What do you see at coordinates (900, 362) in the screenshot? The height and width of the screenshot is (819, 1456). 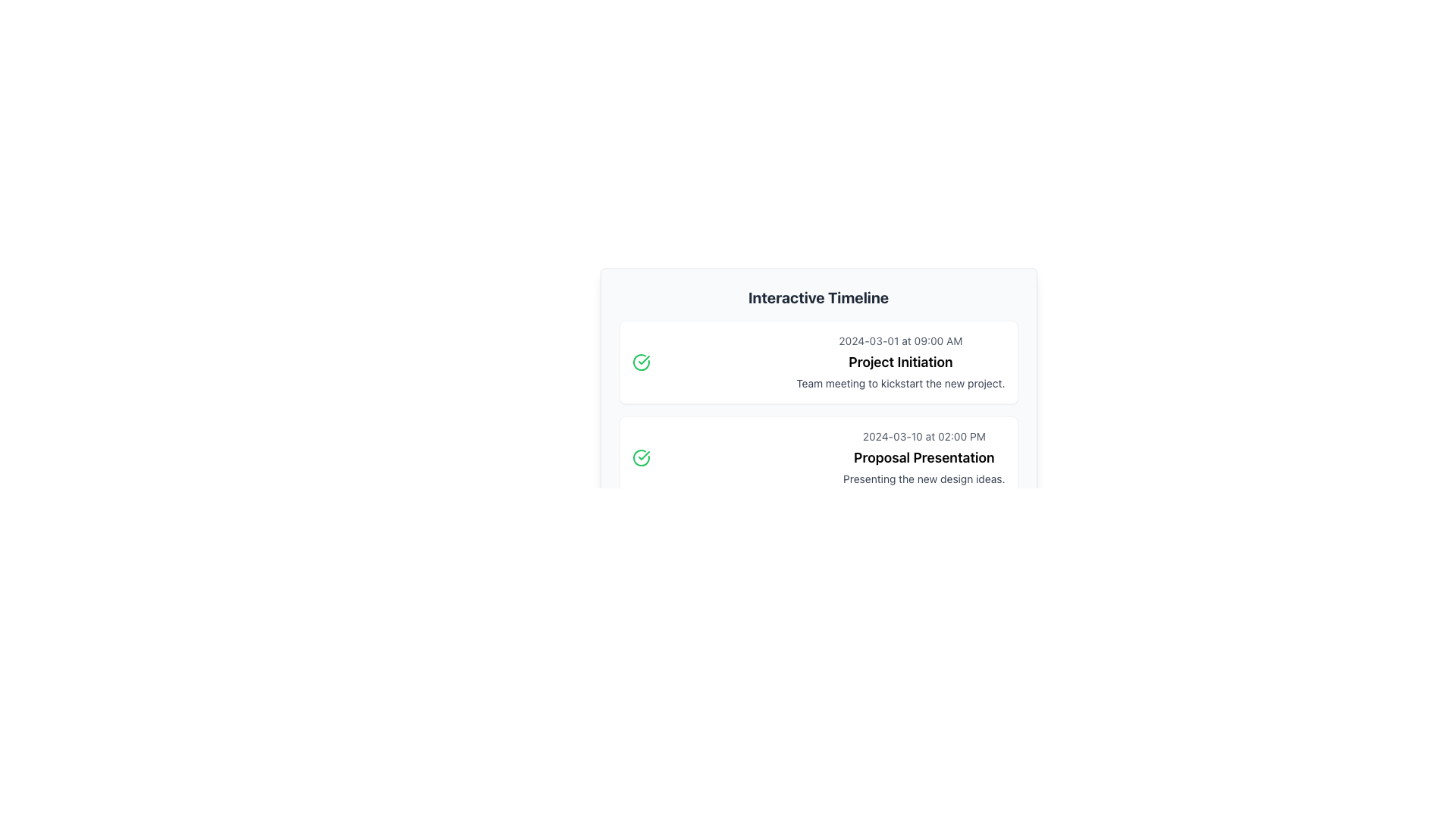 I see `the informational Text Block on the timeline that provides details about a scheduled event, positioned below the 'Interactive Timeline' header` at bounding box center [900, 362].